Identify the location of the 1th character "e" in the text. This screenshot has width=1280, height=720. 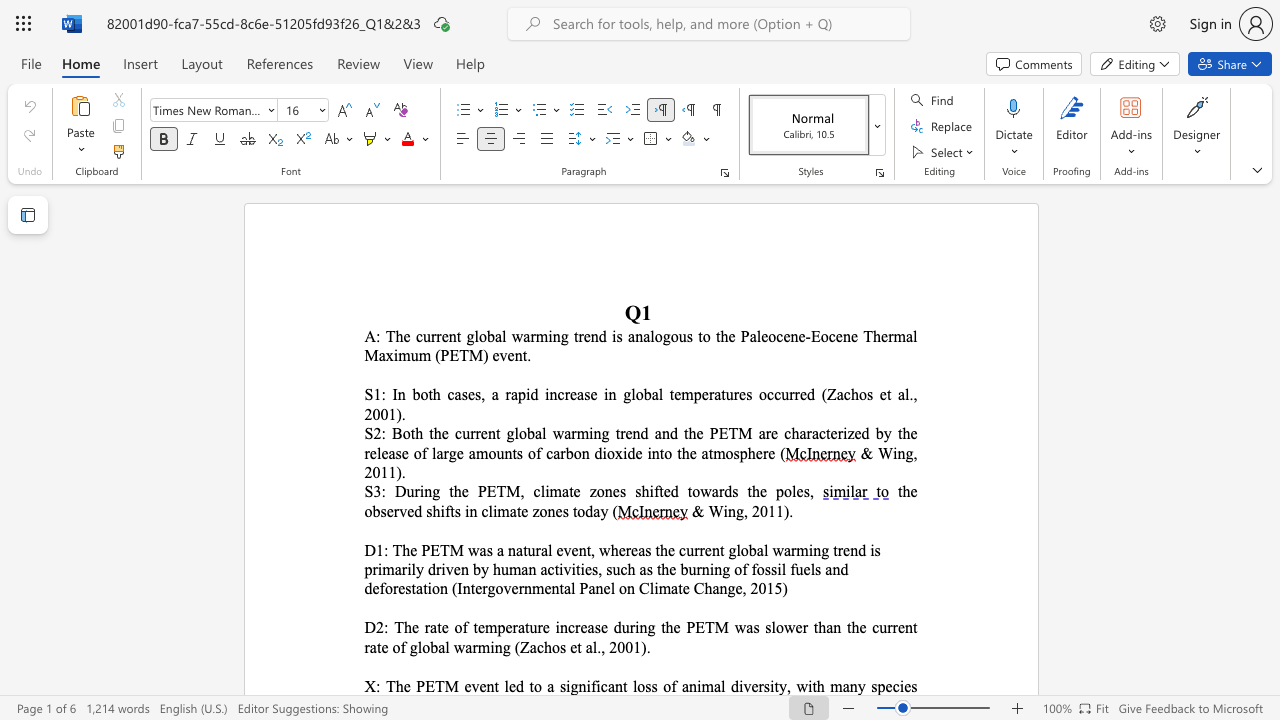
(459, 453).